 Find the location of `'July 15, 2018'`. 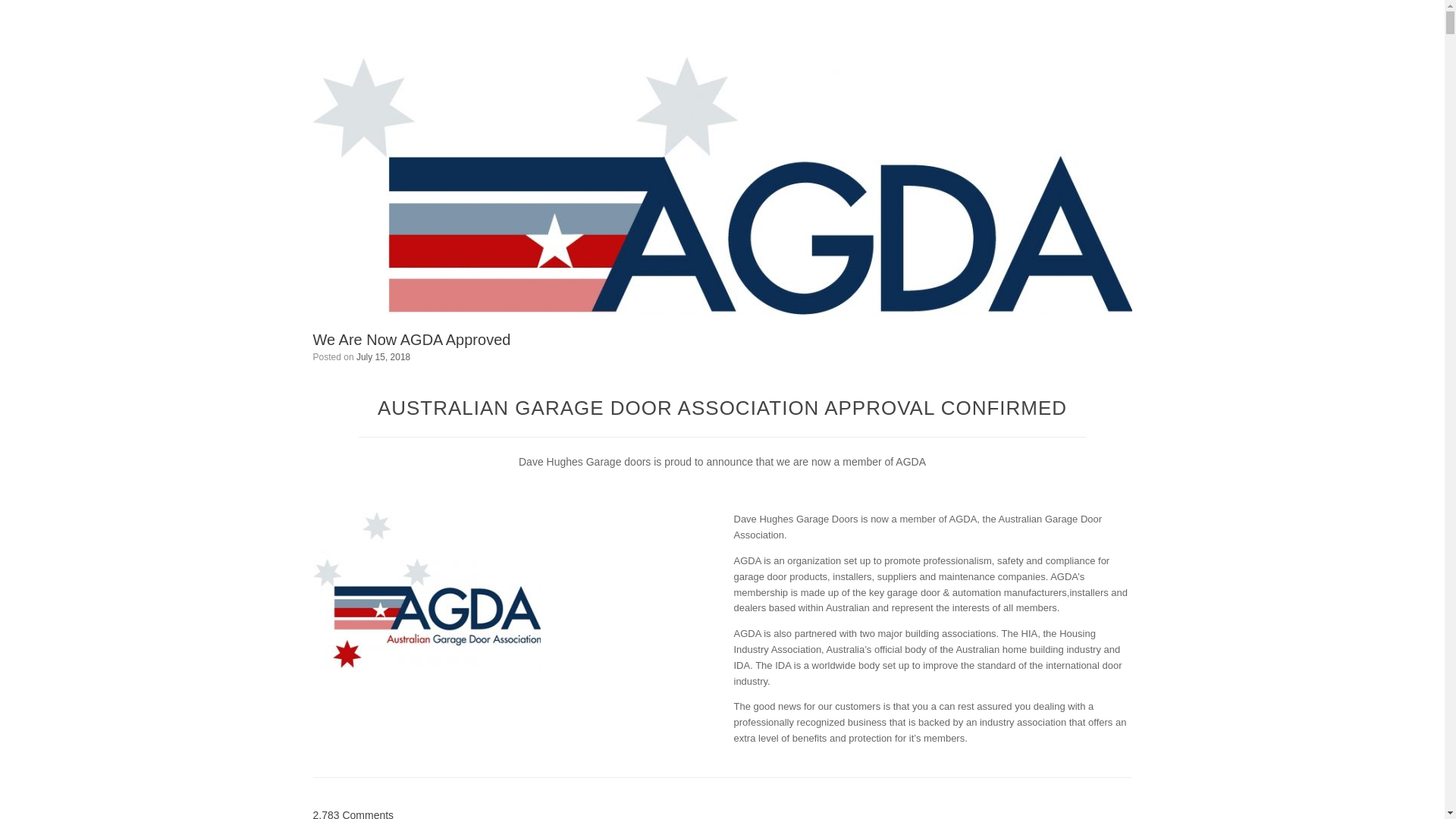

'July 15, 2018' is located at coordinates (383, 356).